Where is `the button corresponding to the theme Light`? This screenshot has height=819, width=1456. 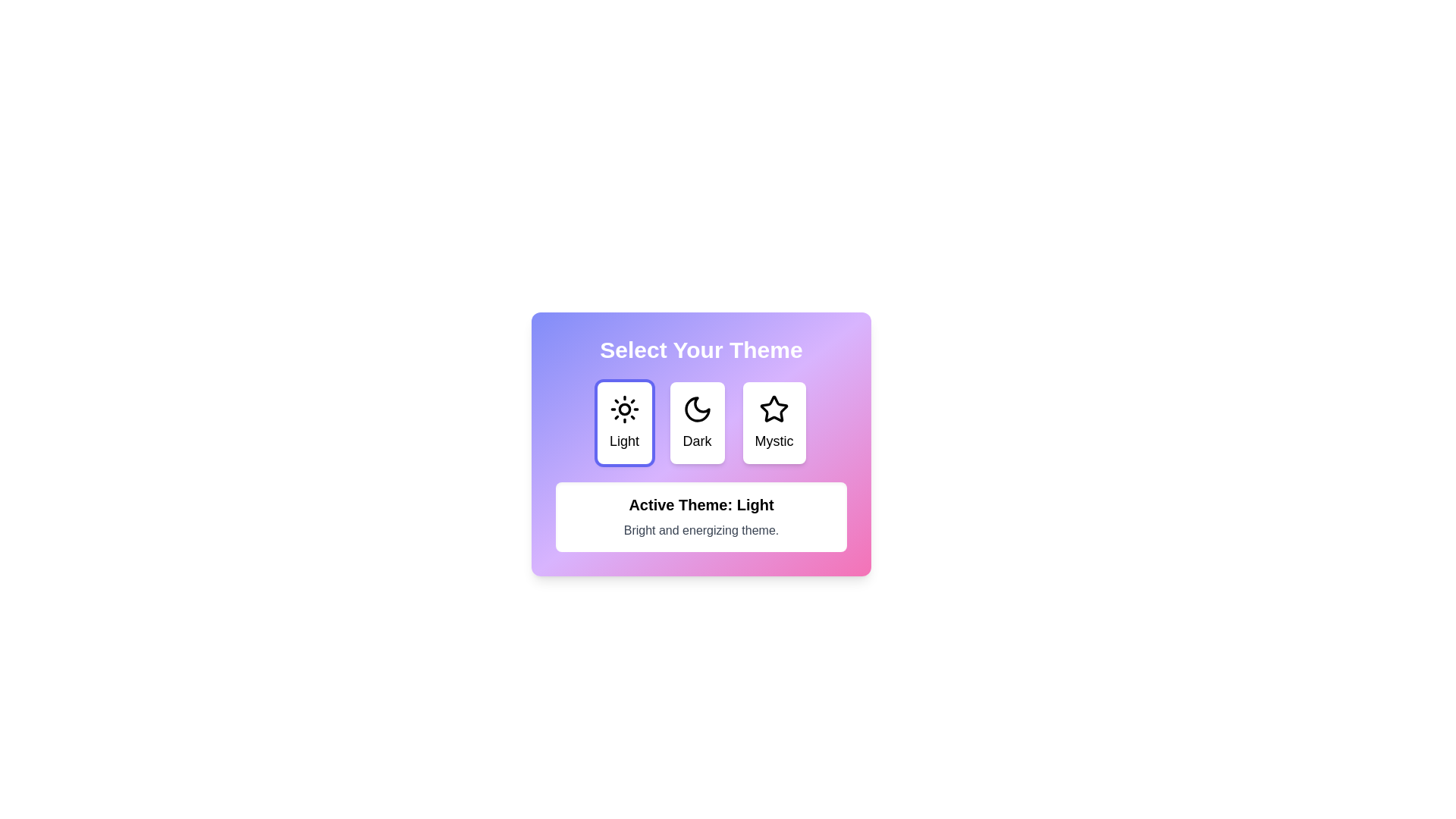
the button corresponding to the theme Light is located at coordinates (624, 423).